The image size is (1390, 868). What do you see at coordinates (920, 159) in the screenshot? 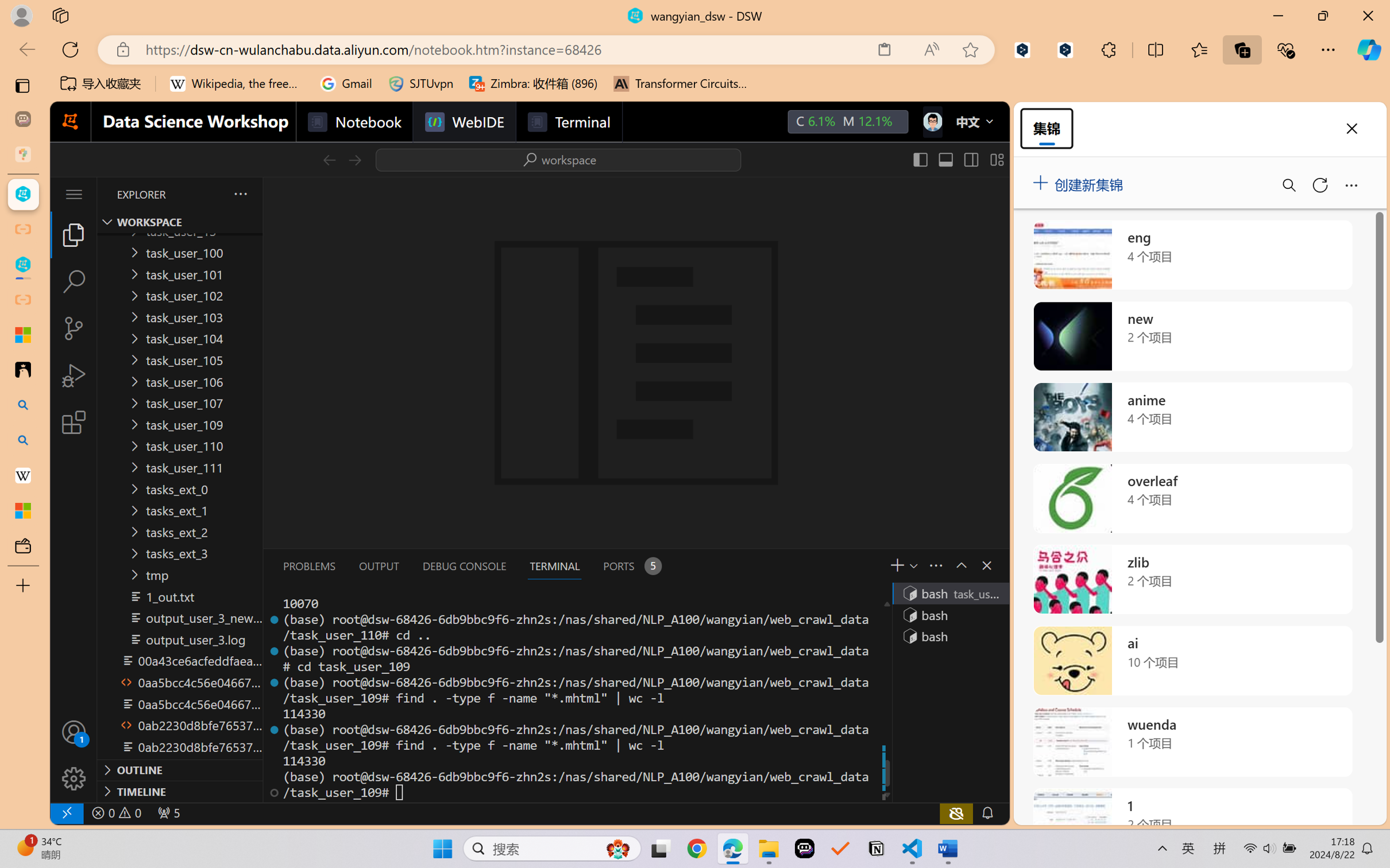
I see `'Toggle Primary Side Bar (Ctrl+B)'` at bounding box center [920, 159].